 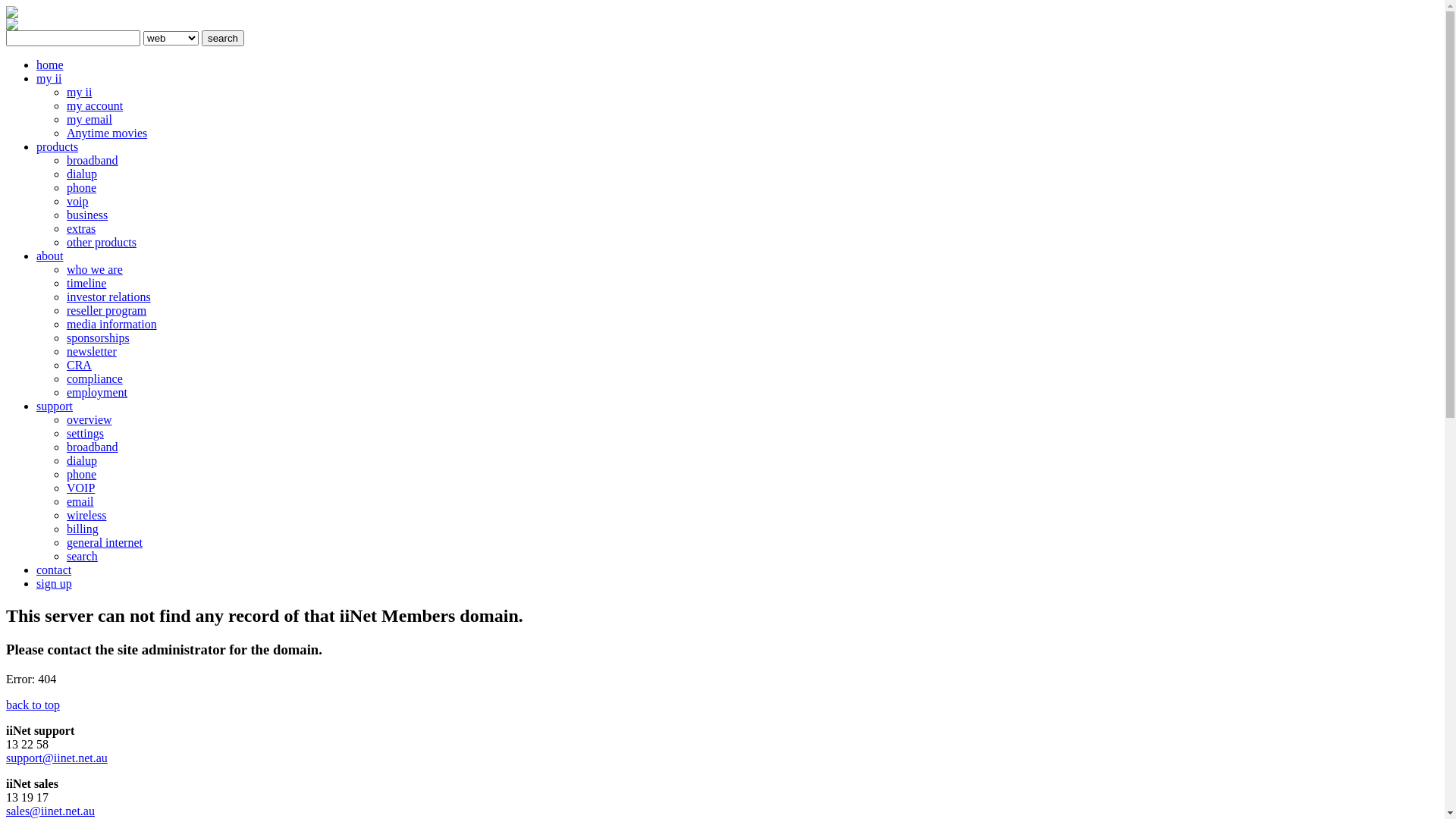 I want to click on 'search', so click(x=200, y=37).